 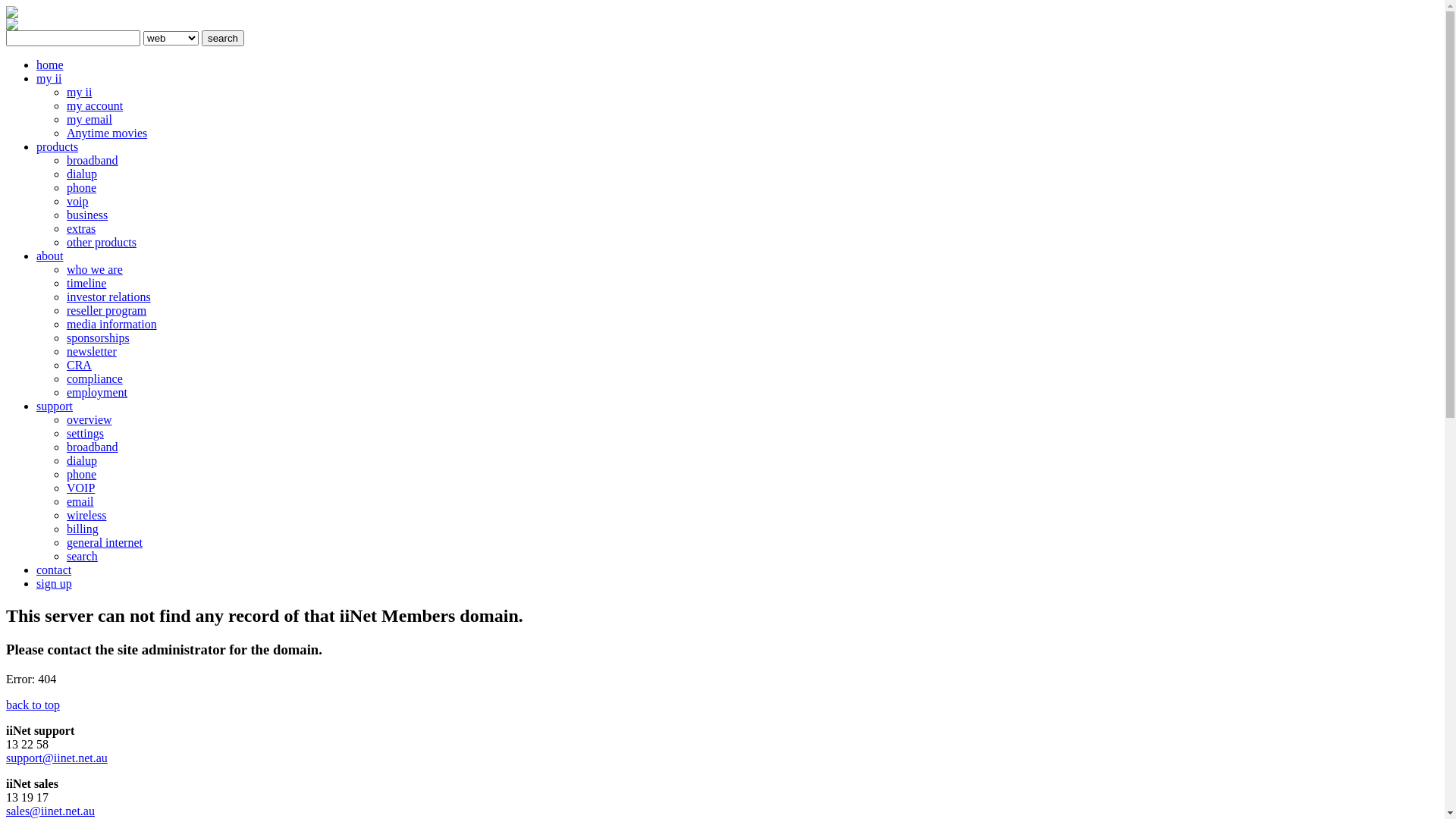 I want to click on 'search', so click(x=200, y=37).